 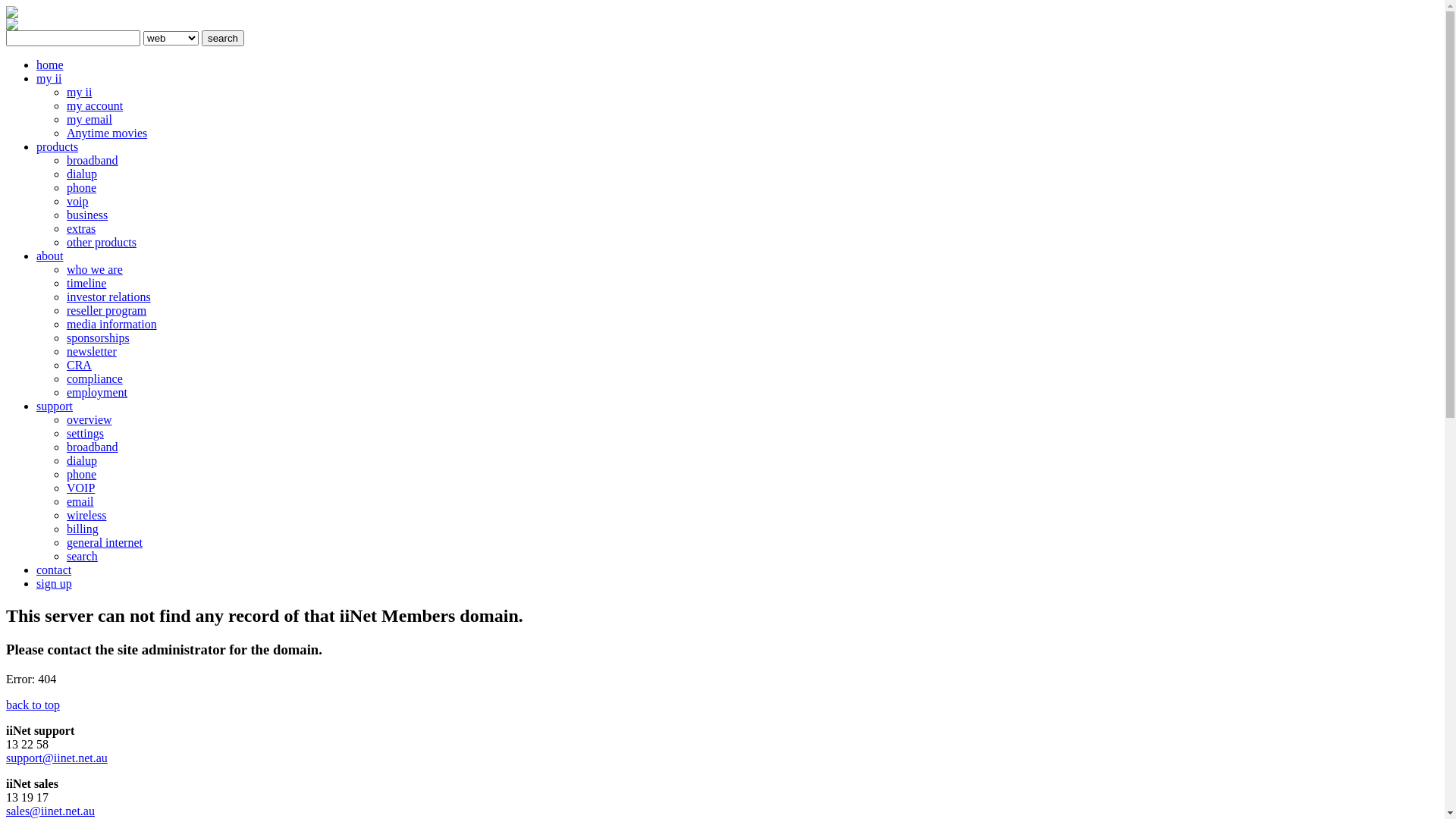 I want to click on 'search', so click(x=200, y=37).